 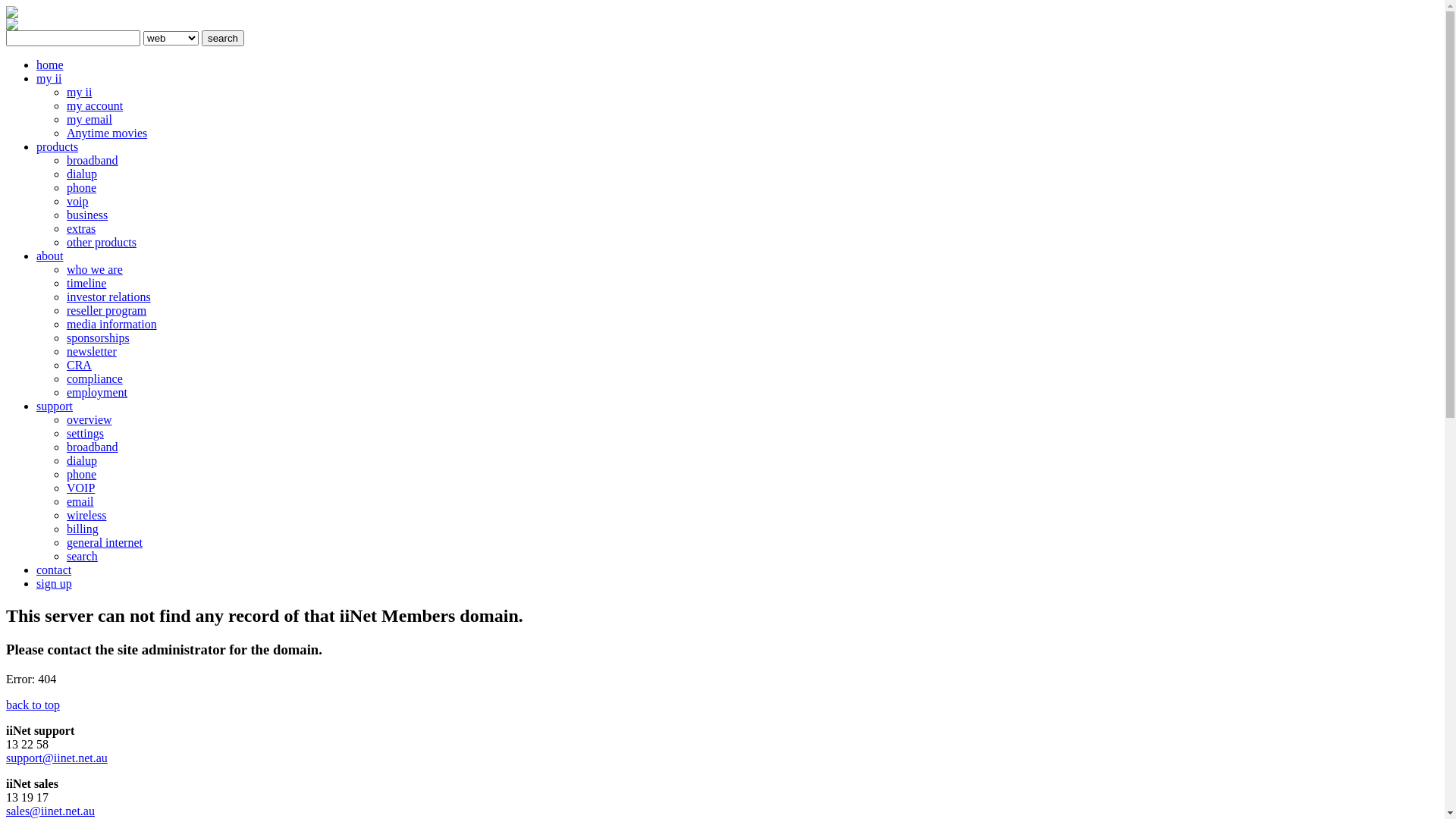 I want to click on 'search', so click(x=200, y=37).